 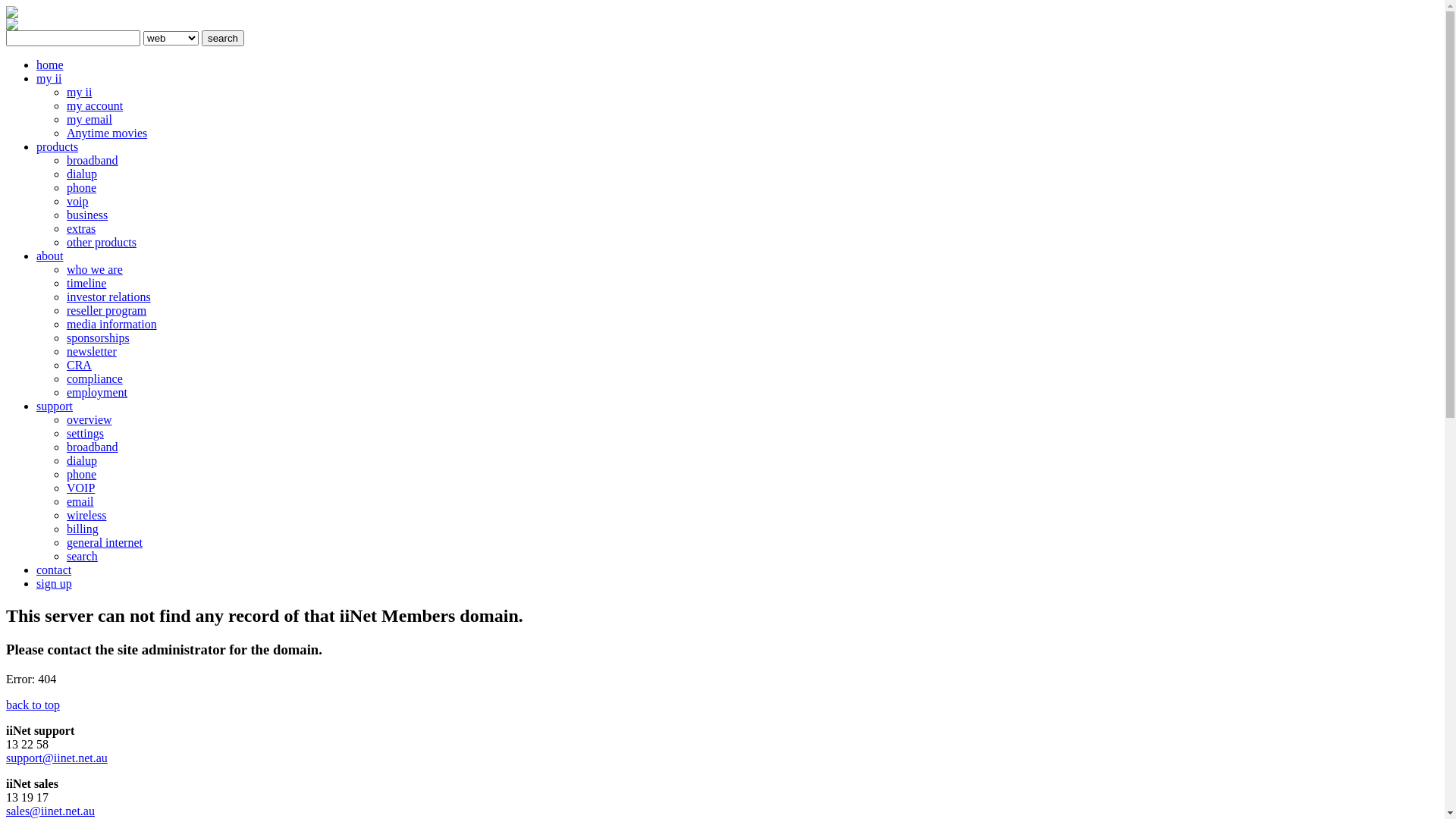 I want to click on 'search', so click(x=200, y=37).